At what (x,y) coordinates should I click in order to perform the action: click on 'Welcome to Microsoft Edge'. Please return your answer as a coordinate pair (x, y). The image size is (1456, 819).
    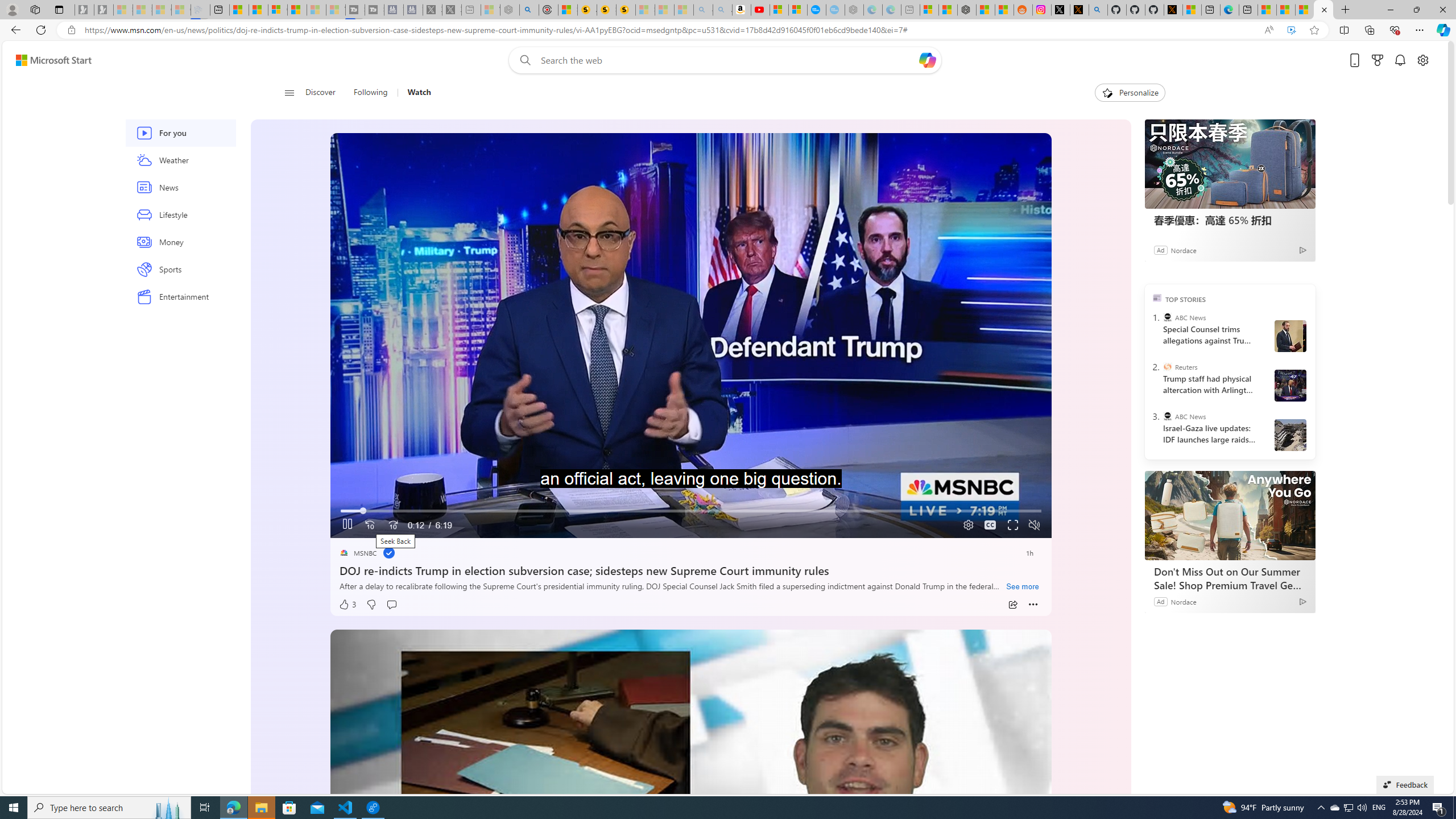
    Looking at the image, I should click on (1228, 9).